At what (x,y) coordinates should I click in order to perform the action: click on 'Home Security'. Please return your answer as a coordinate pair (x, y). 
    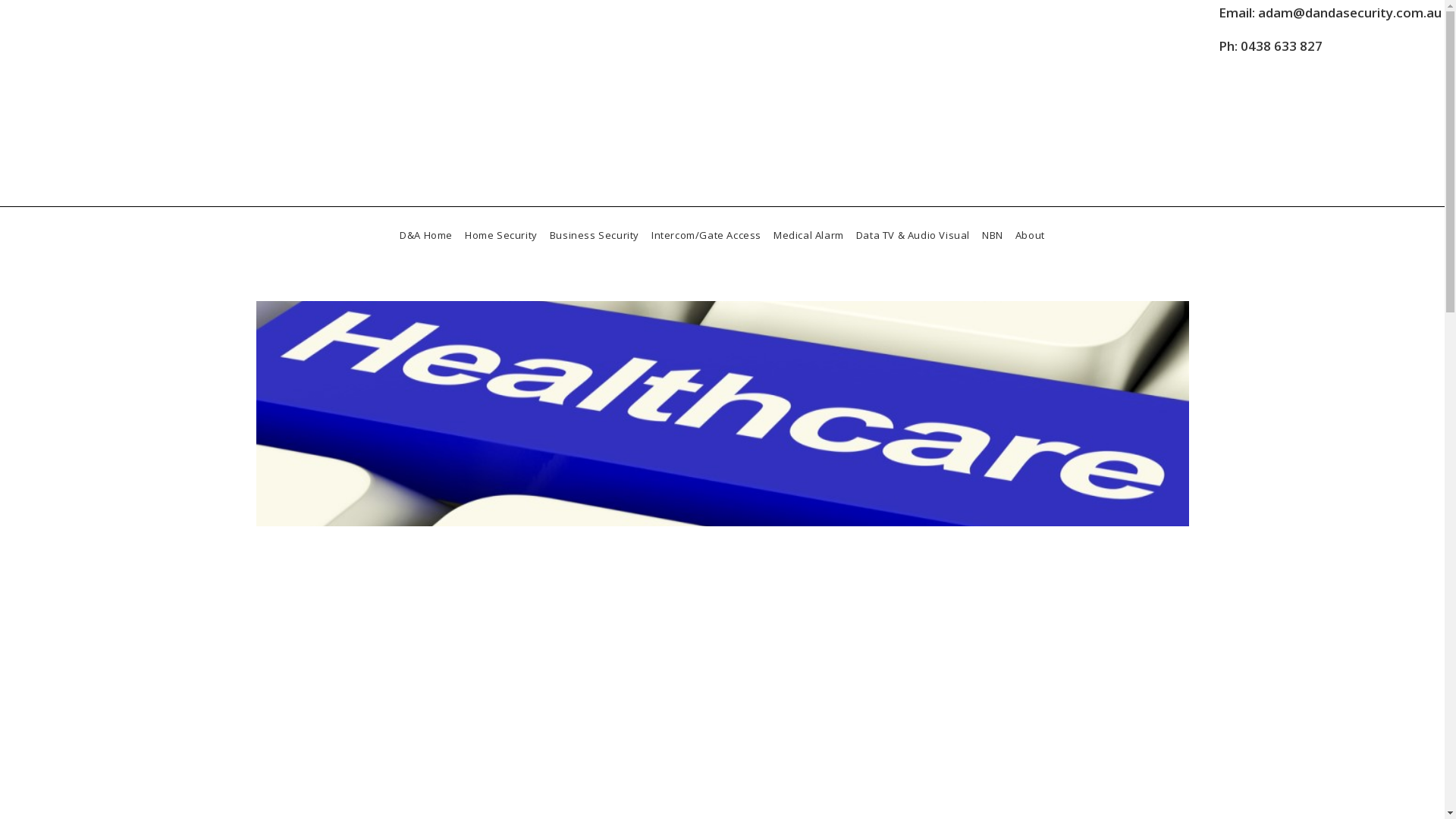
    Looking at the image, I should click on (501, 234).